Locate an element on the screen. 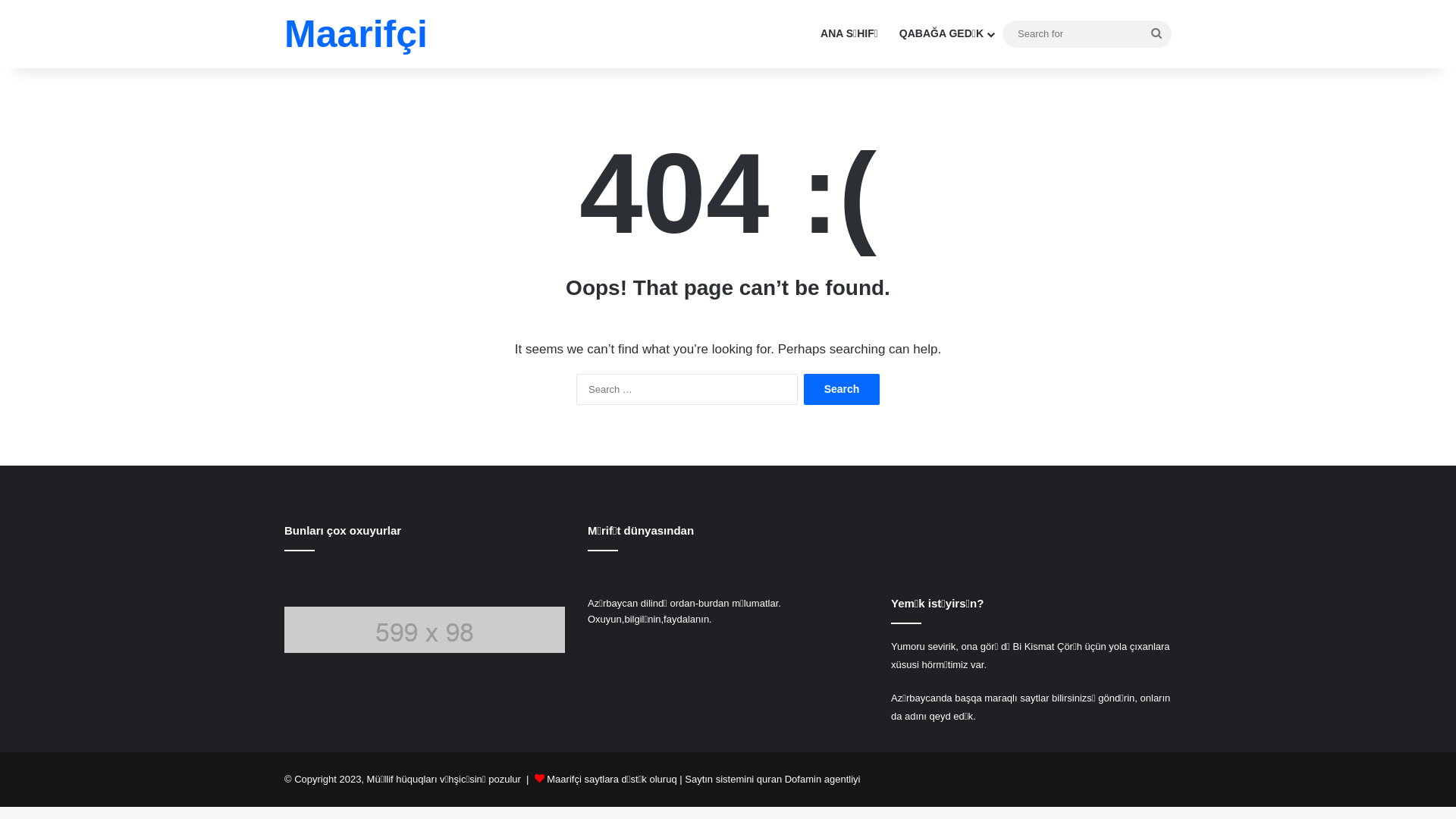 This screenshot has width=1456, height=819. 'Search for' is located at coordinates (1141, 33).